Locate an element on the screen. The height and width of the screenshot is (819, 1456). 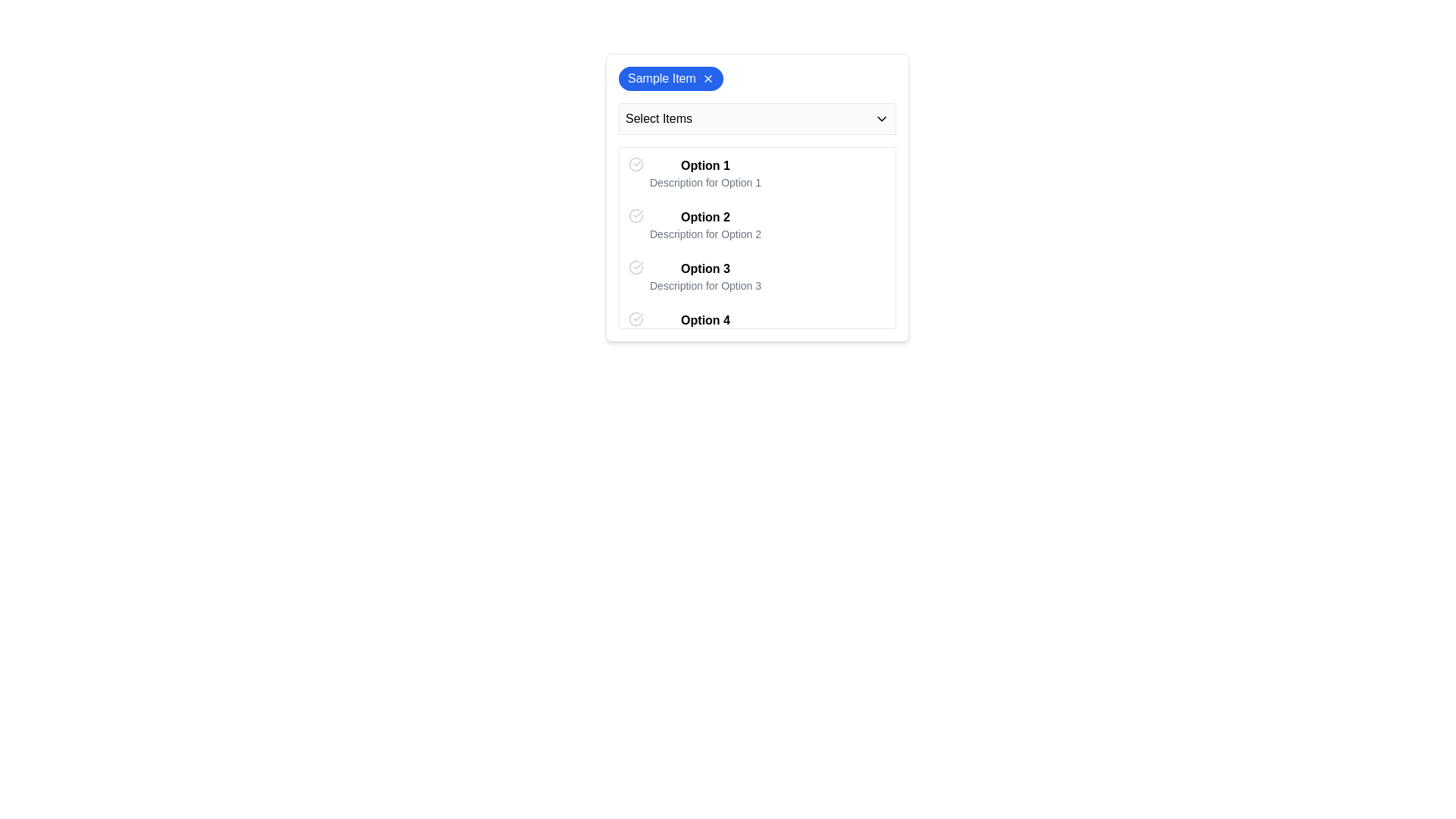
the selectable list item labeled 'Option 2' in the dropdown menu is located at coordinates (757, 225).